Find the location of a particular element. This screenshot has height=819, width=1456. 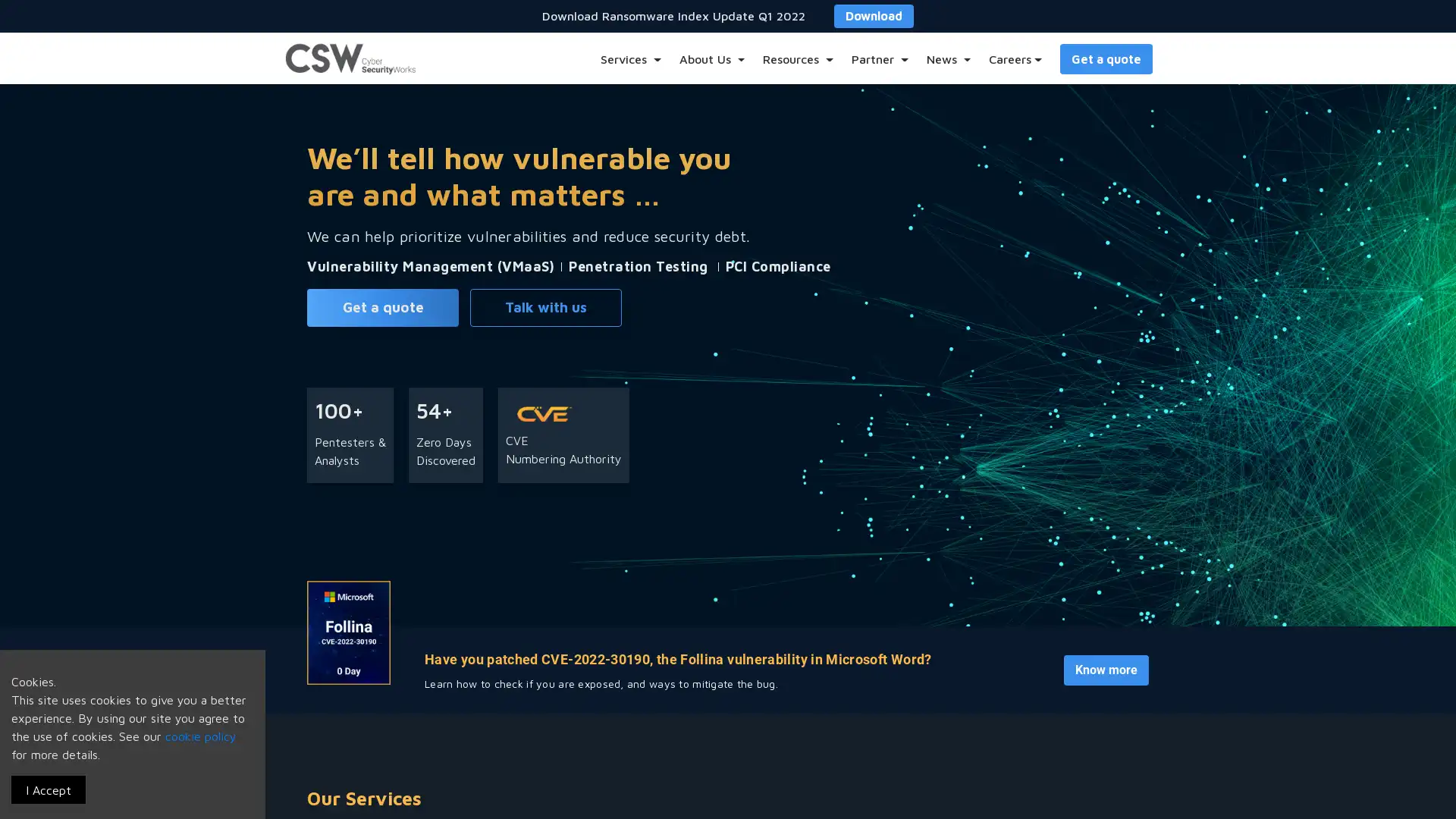

Talk with us is located at coordinates (546, 307).